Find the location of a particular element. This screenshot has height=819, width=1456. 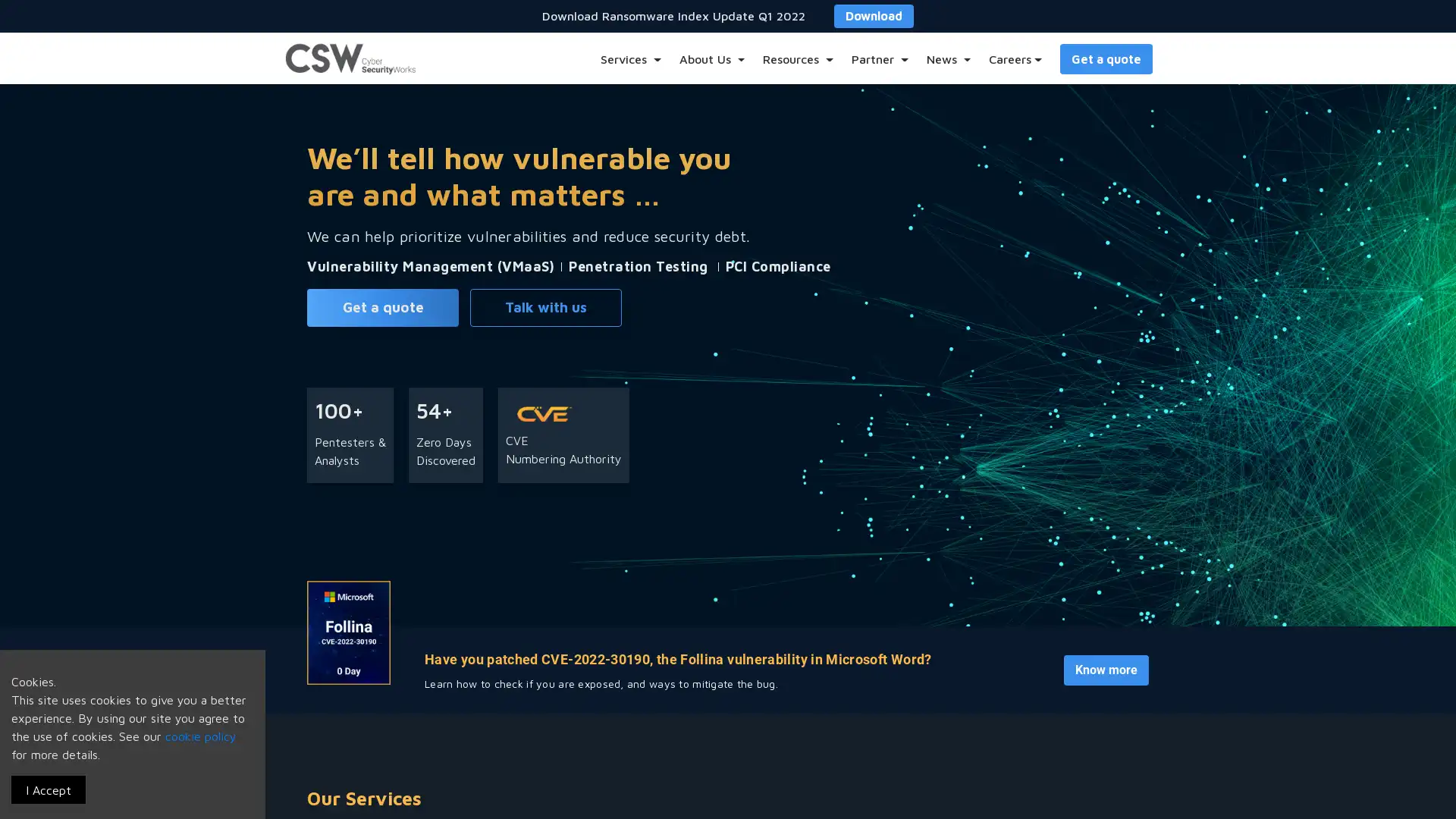

Talk with us is located at coordinates (546, 307).